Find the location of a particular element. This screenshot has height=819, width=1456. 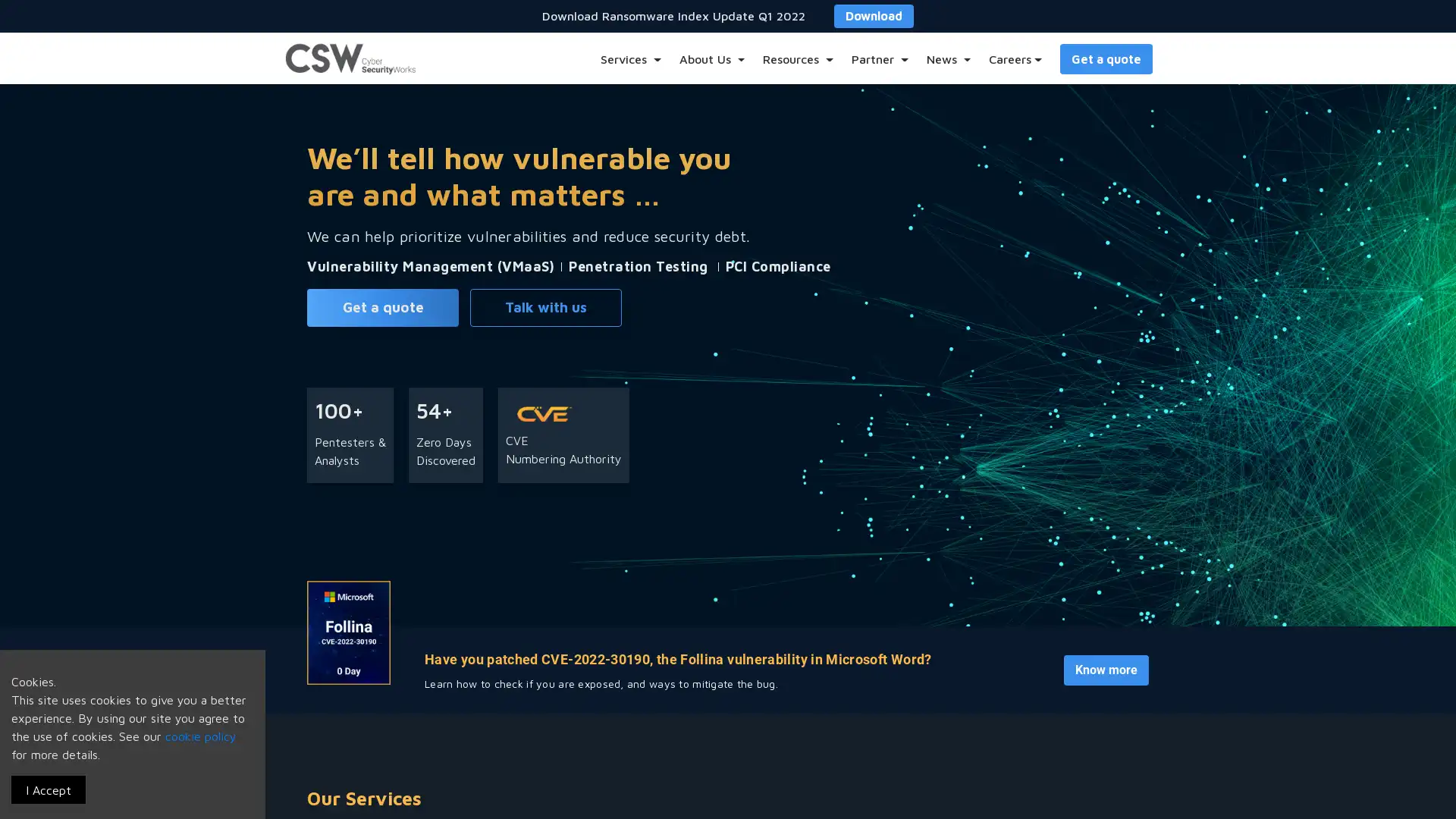

Talk with us is located at coordinates (546, 307).